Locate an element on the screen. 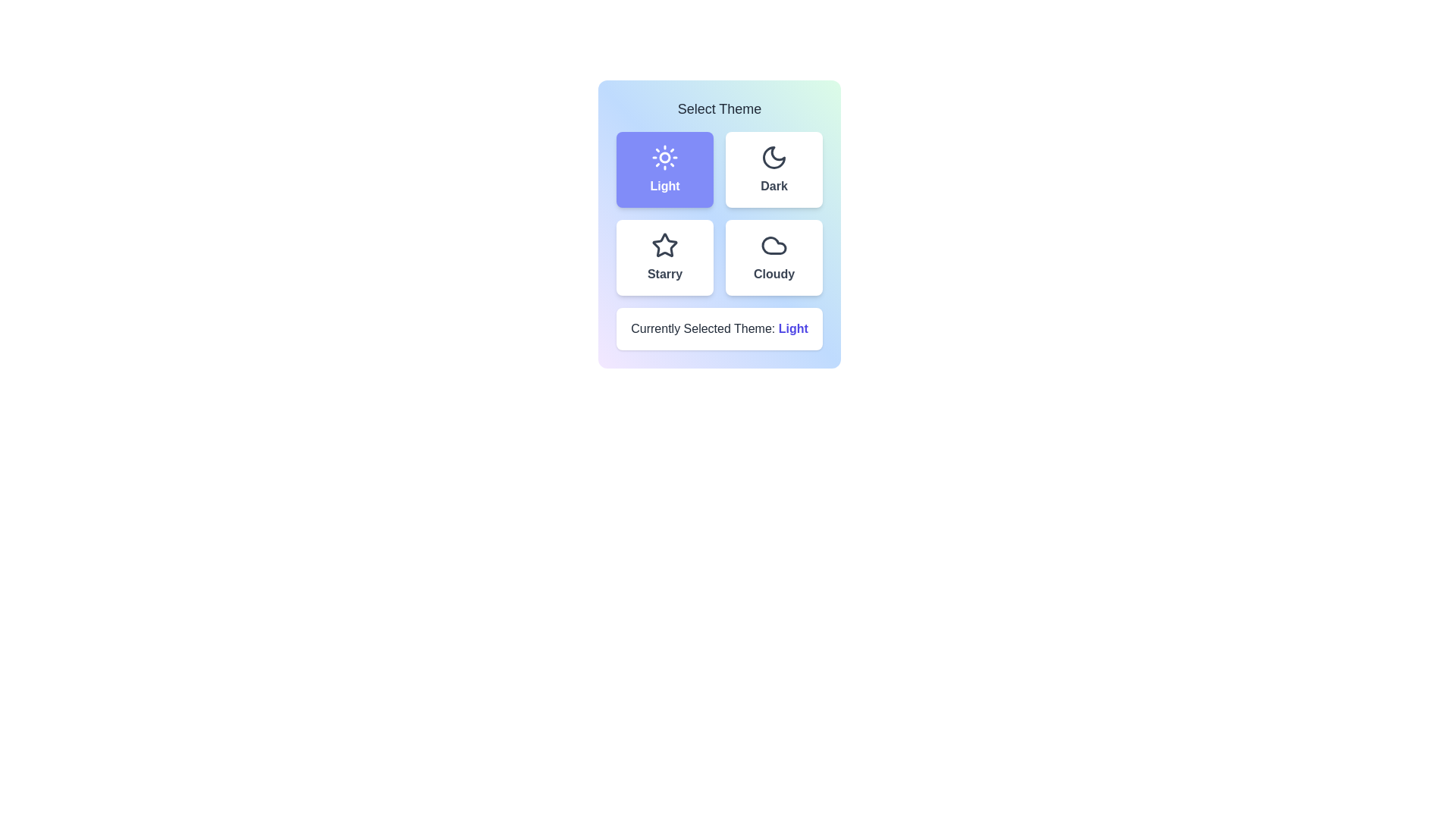 The image size is (1456, 819). the theme button corresponding to Dark is located at coordinates (774, 169).